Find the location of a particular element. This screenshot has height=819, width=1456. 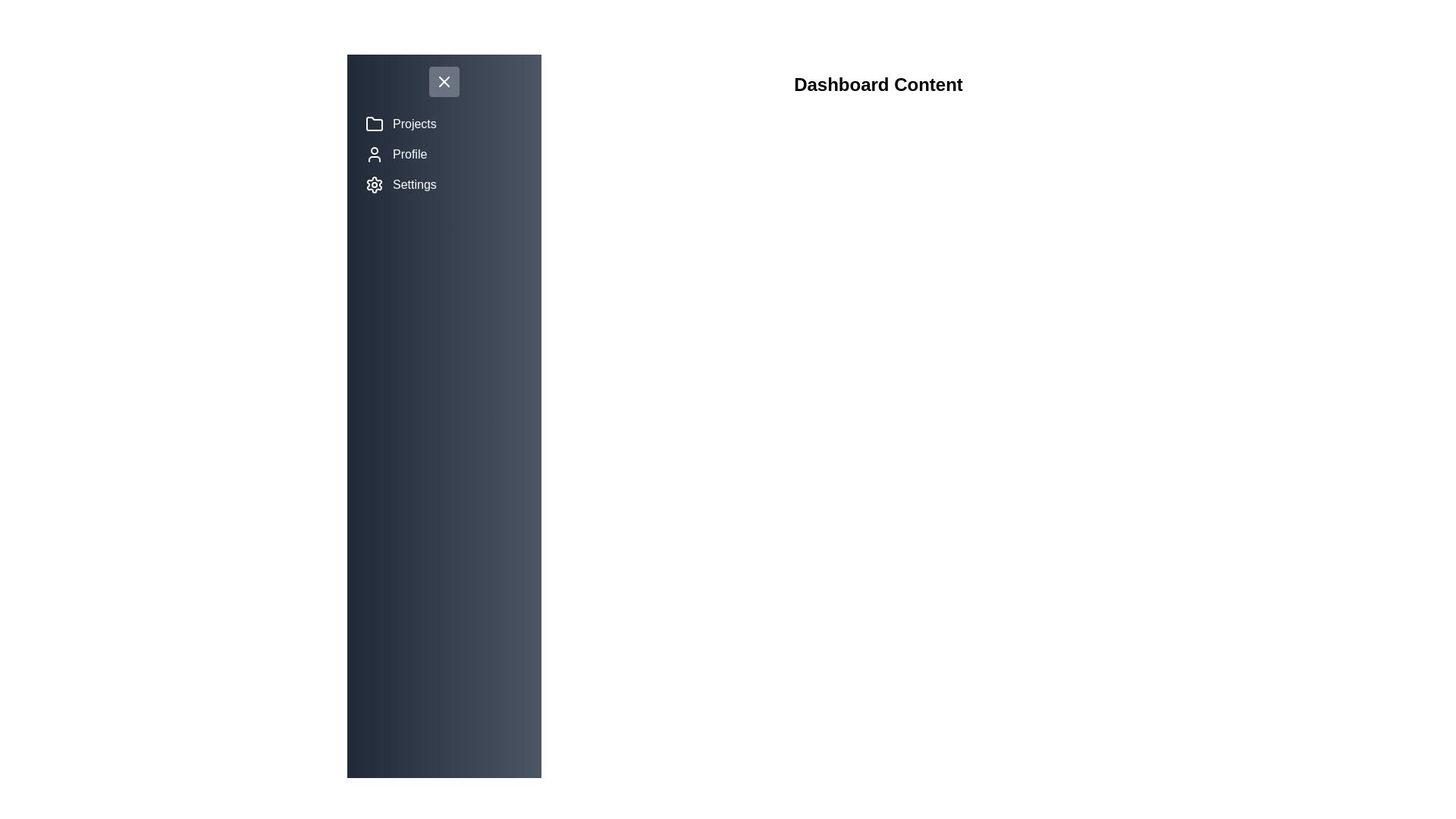

toggle button at the top-left corner of the drawer to close it is located at coordinates (443, 82).